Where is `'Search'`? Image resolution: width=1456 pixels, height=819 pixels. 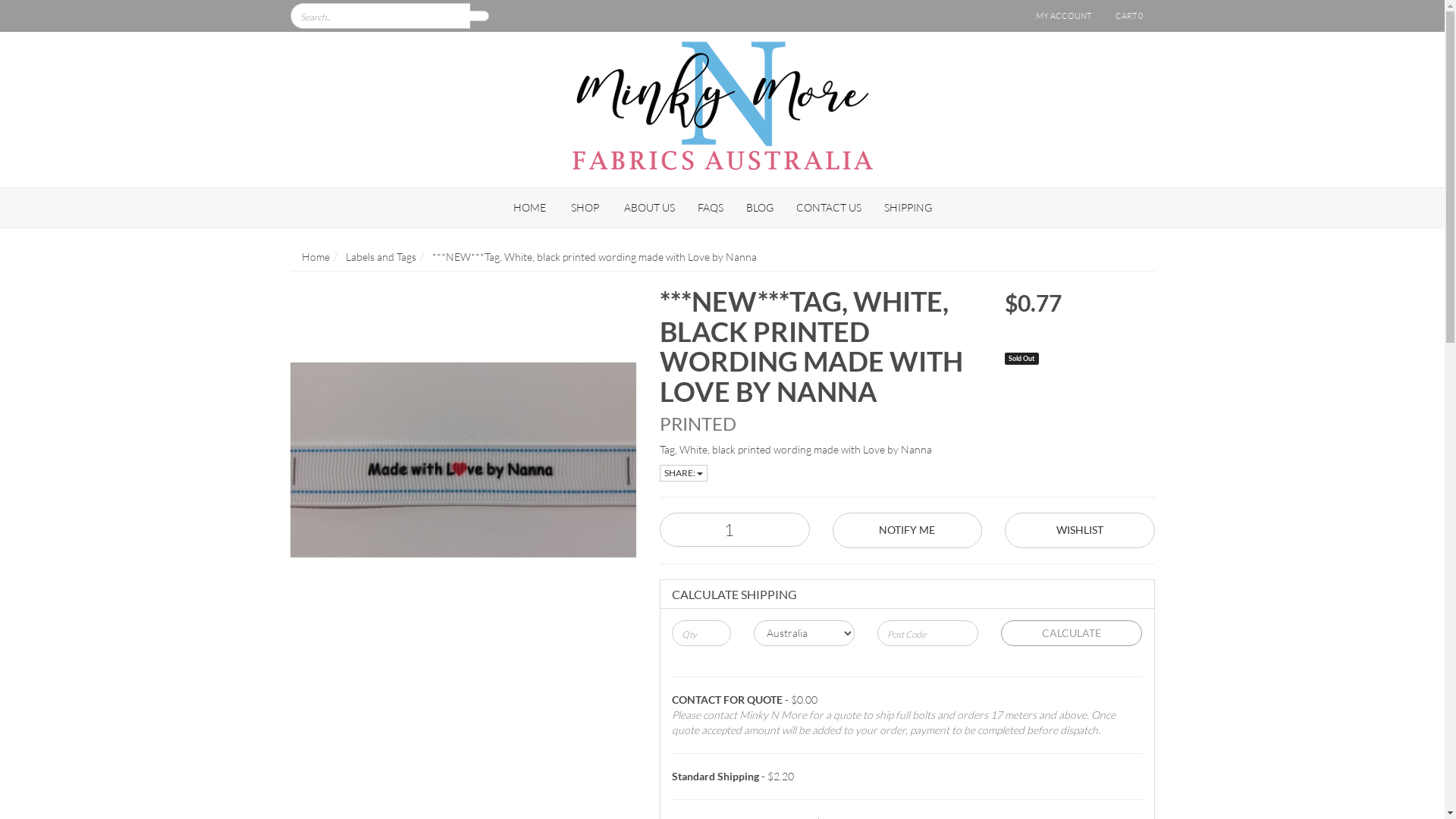 'Search' is located at coordinates (479, 15).